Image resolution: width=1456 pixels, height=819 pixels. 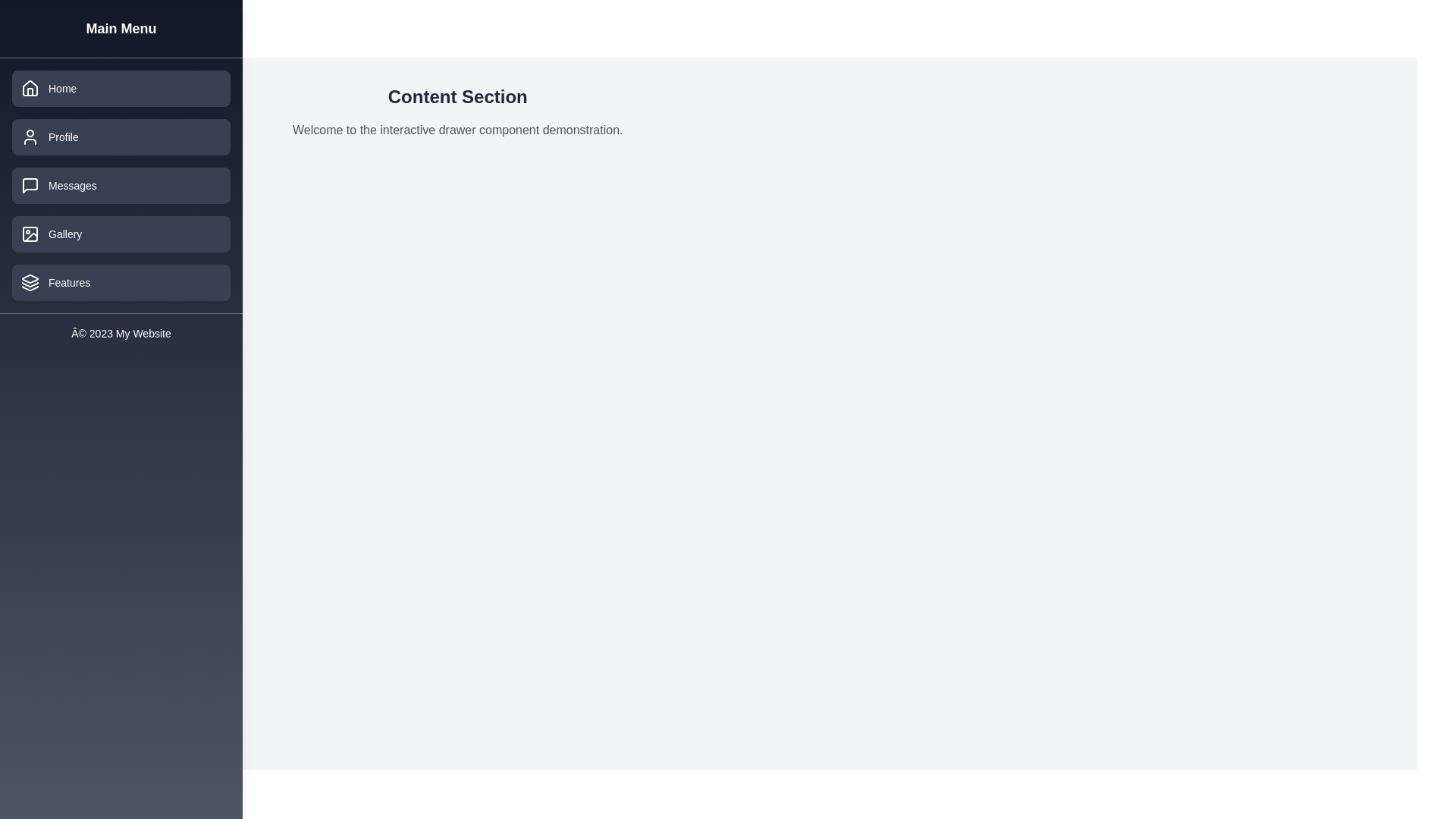 I want to click on the prominent 'Main Menu' text label, which is styled in bold white font against a dark background, located at the top-left corner of the interface, so click(x=120, y=29).